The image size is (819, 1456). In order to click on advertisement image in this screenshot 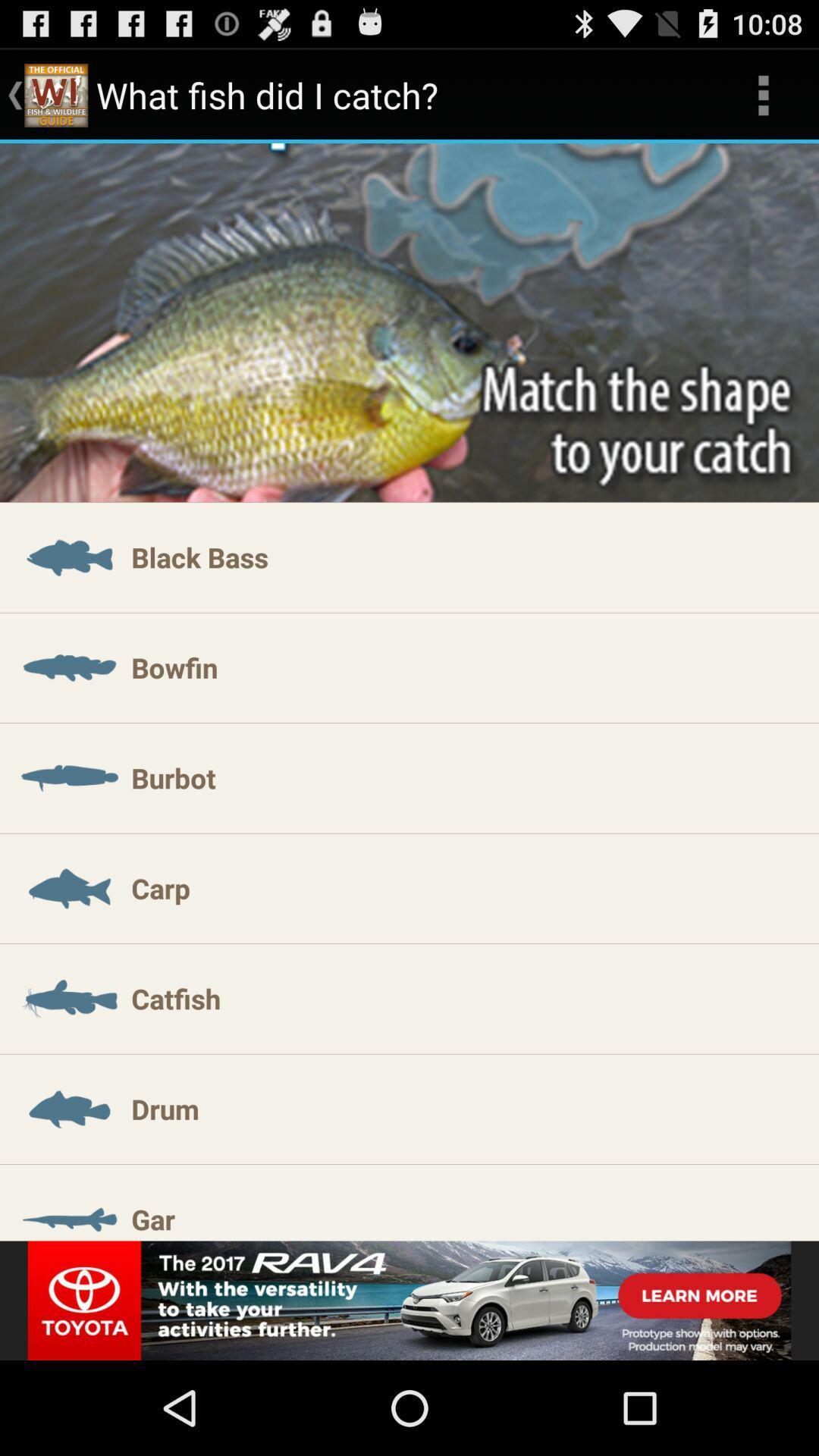, I will do `click(409, 1300)`.